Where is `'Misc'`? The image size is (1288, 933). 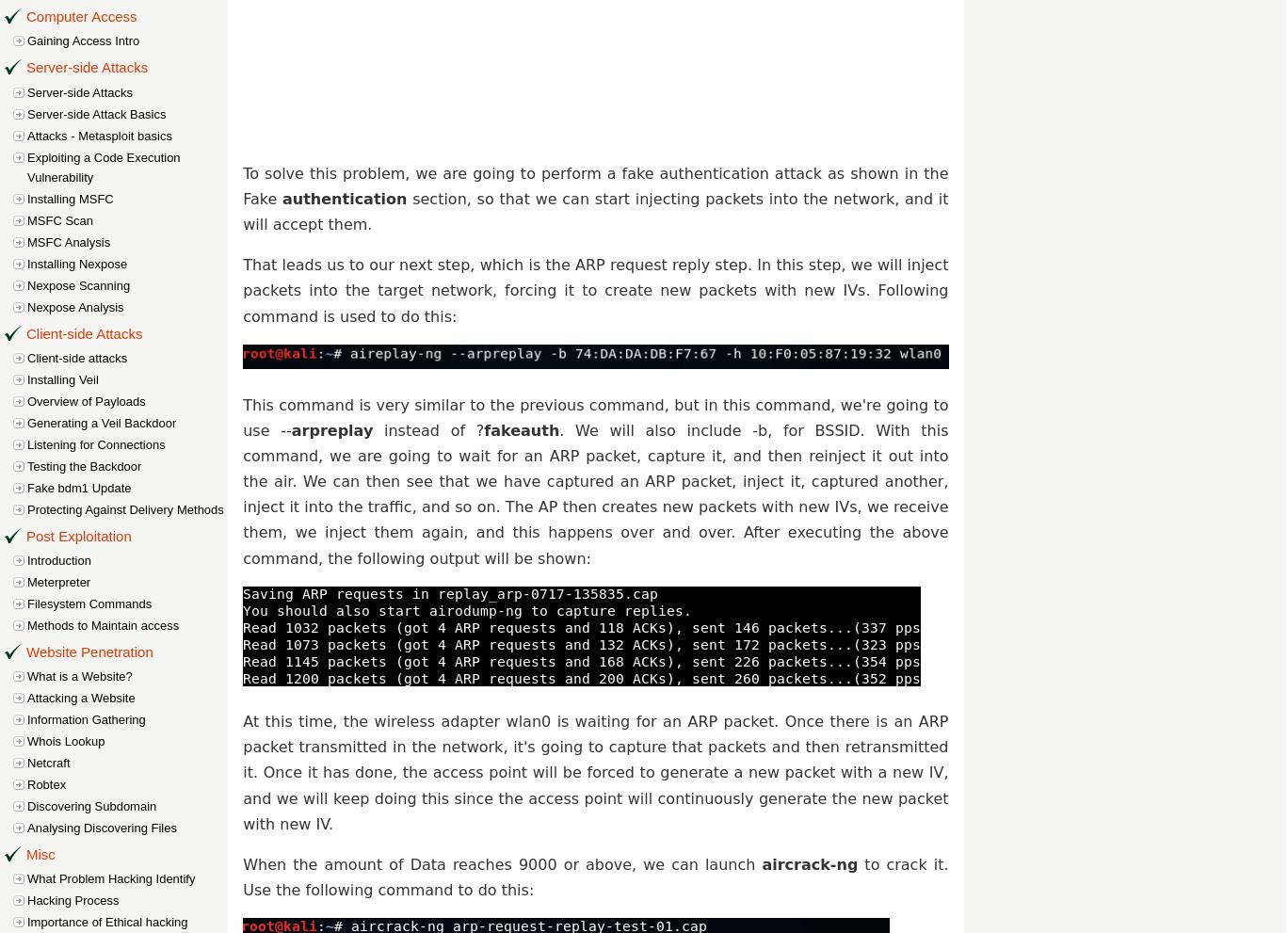 'Misc' is located at coordinates (40, 853).